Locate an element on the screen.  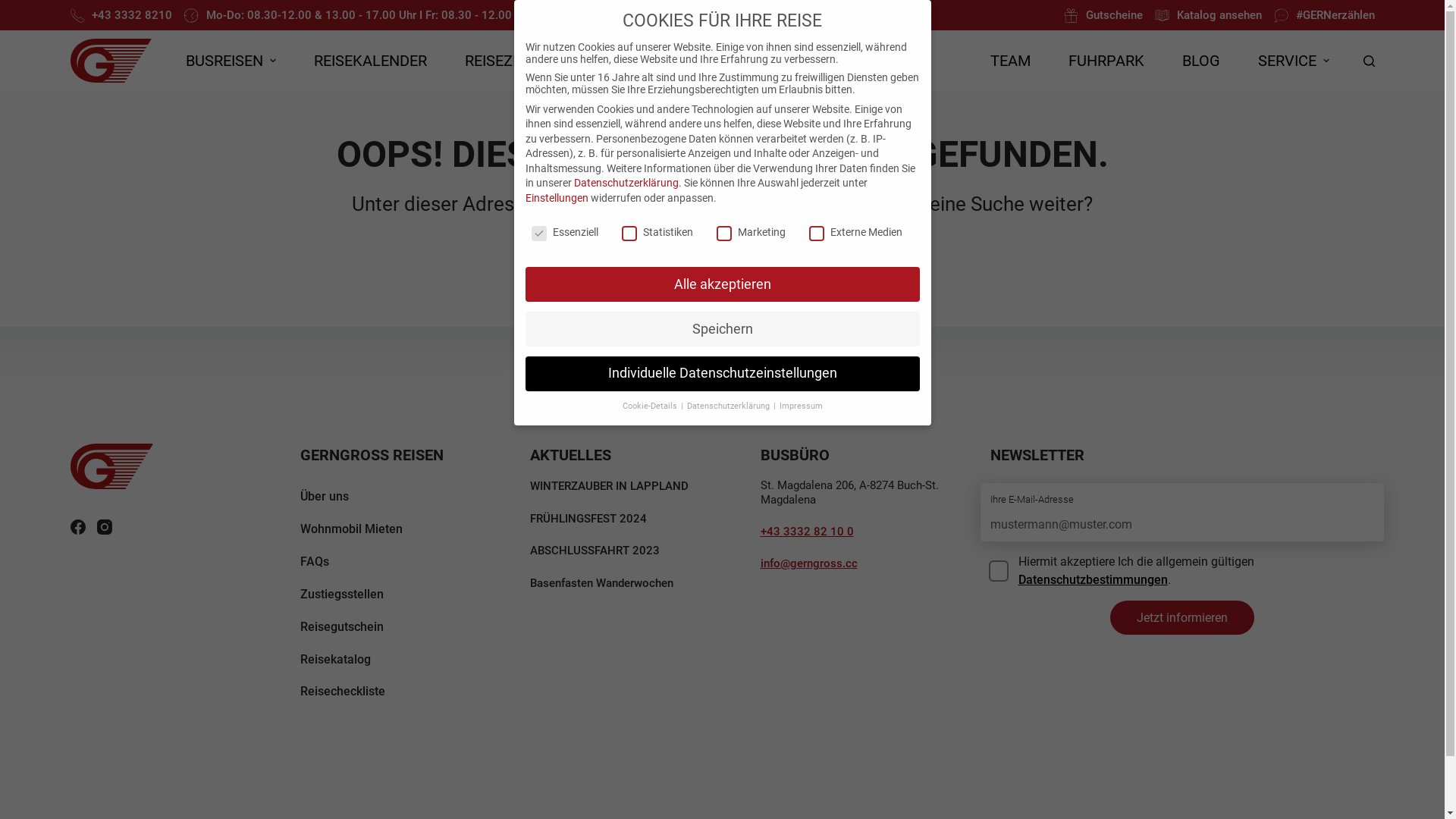
'TEAM' is located at coordinates (1009, 60).